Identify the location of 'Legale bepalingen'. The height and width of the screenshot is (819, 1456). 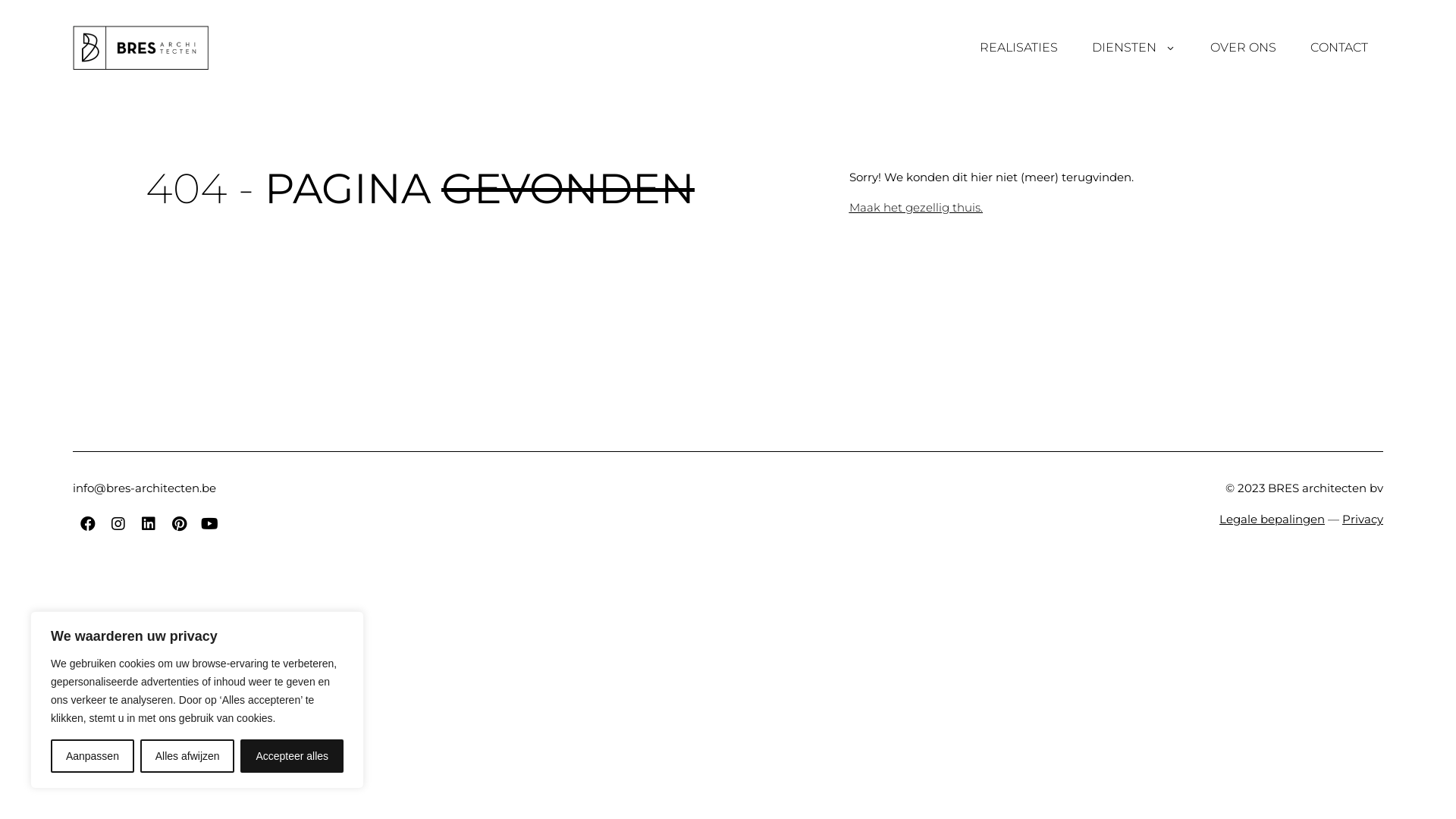
(1272, 518).